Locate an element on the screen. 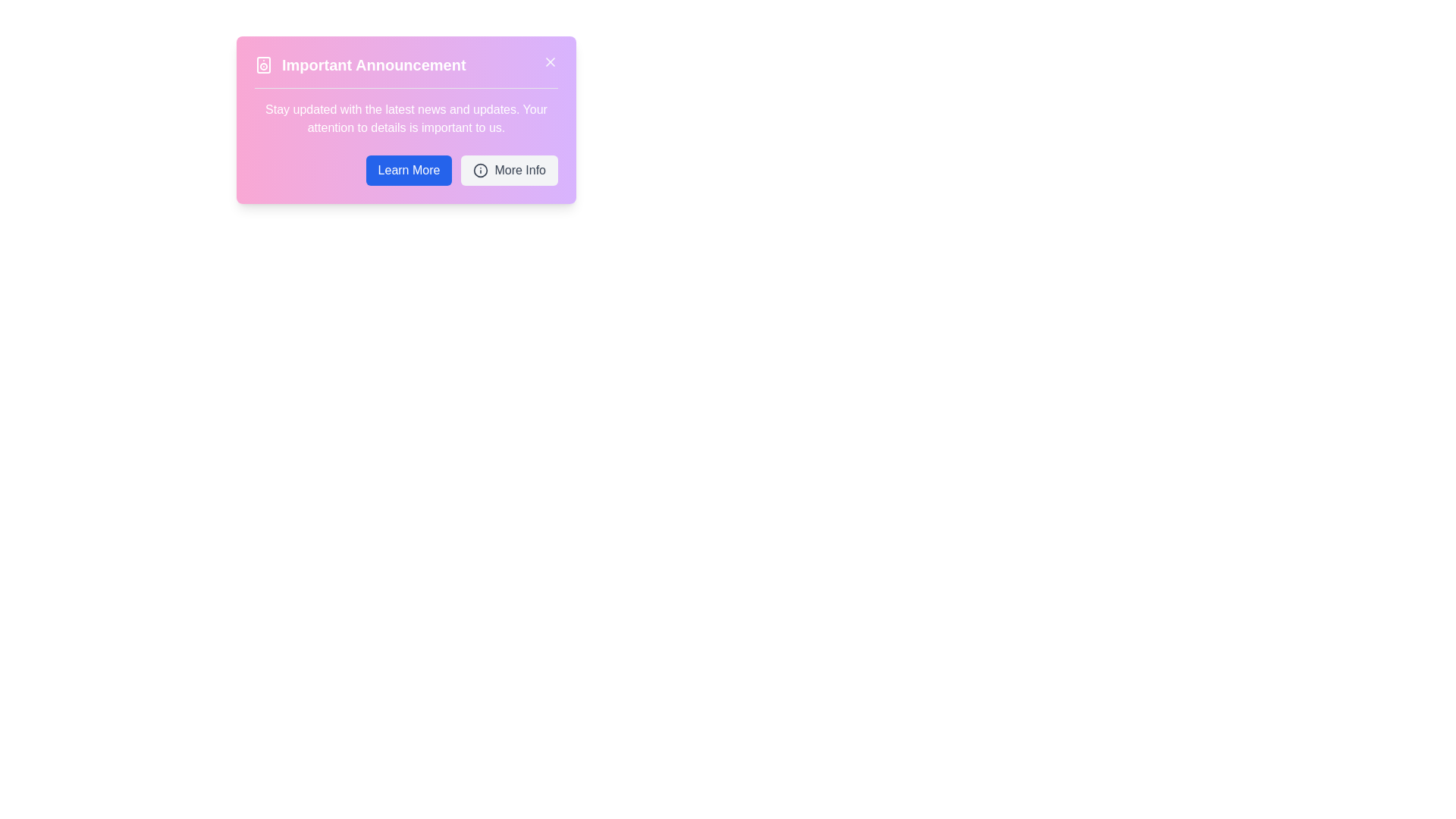 This screenshot has height=819, width=1456. the button located in the notification box at the bottom-right, which is the leftmost button next to 'More Info' is located at coordinates (406, 170).